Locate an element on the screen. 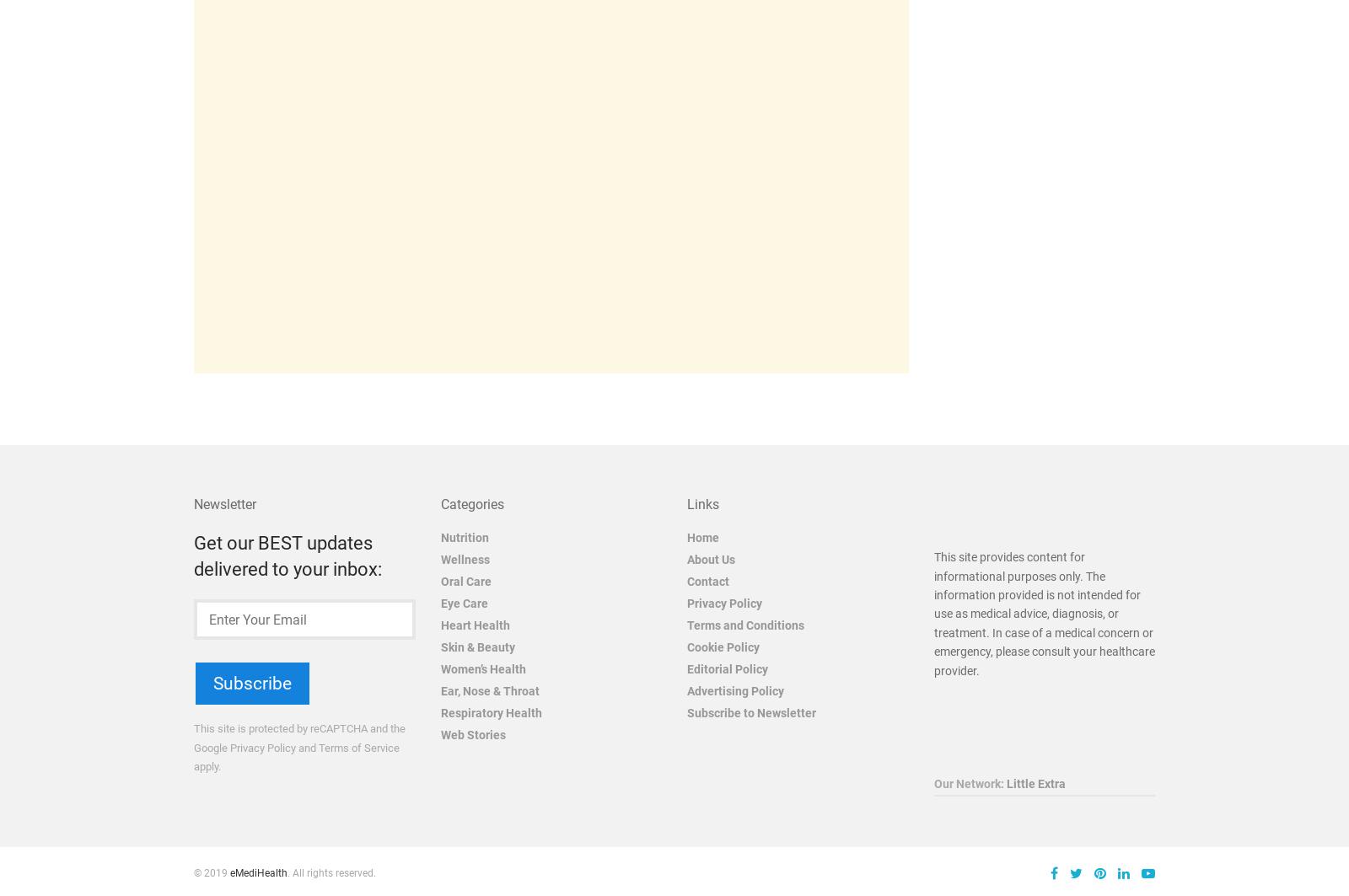 This screenshot has height=896, width=1349. 'Women’s Health' is located at coordinates (438, 668).